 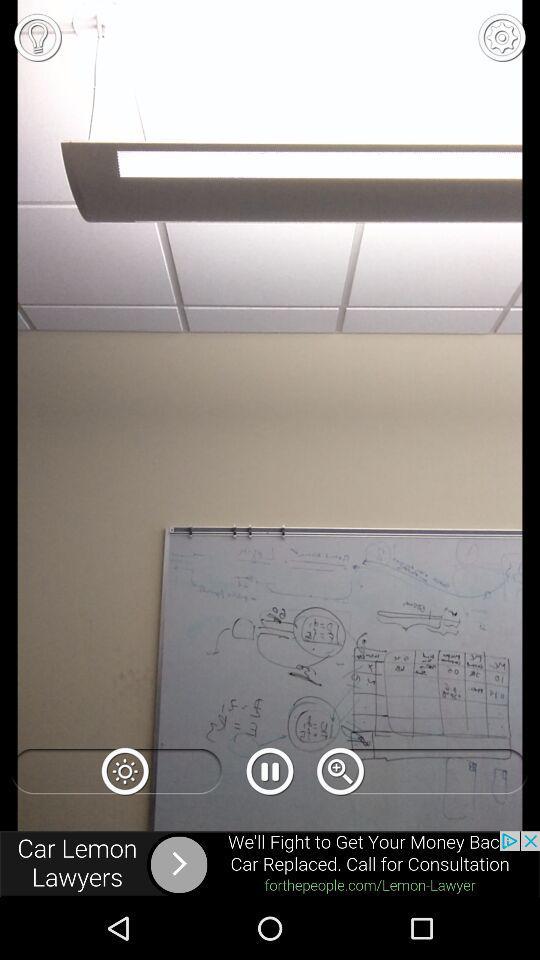 What do you see at coordinates (501, 36) in the screenshot?
I see `the settings icon` at bounding box center [501, 36].